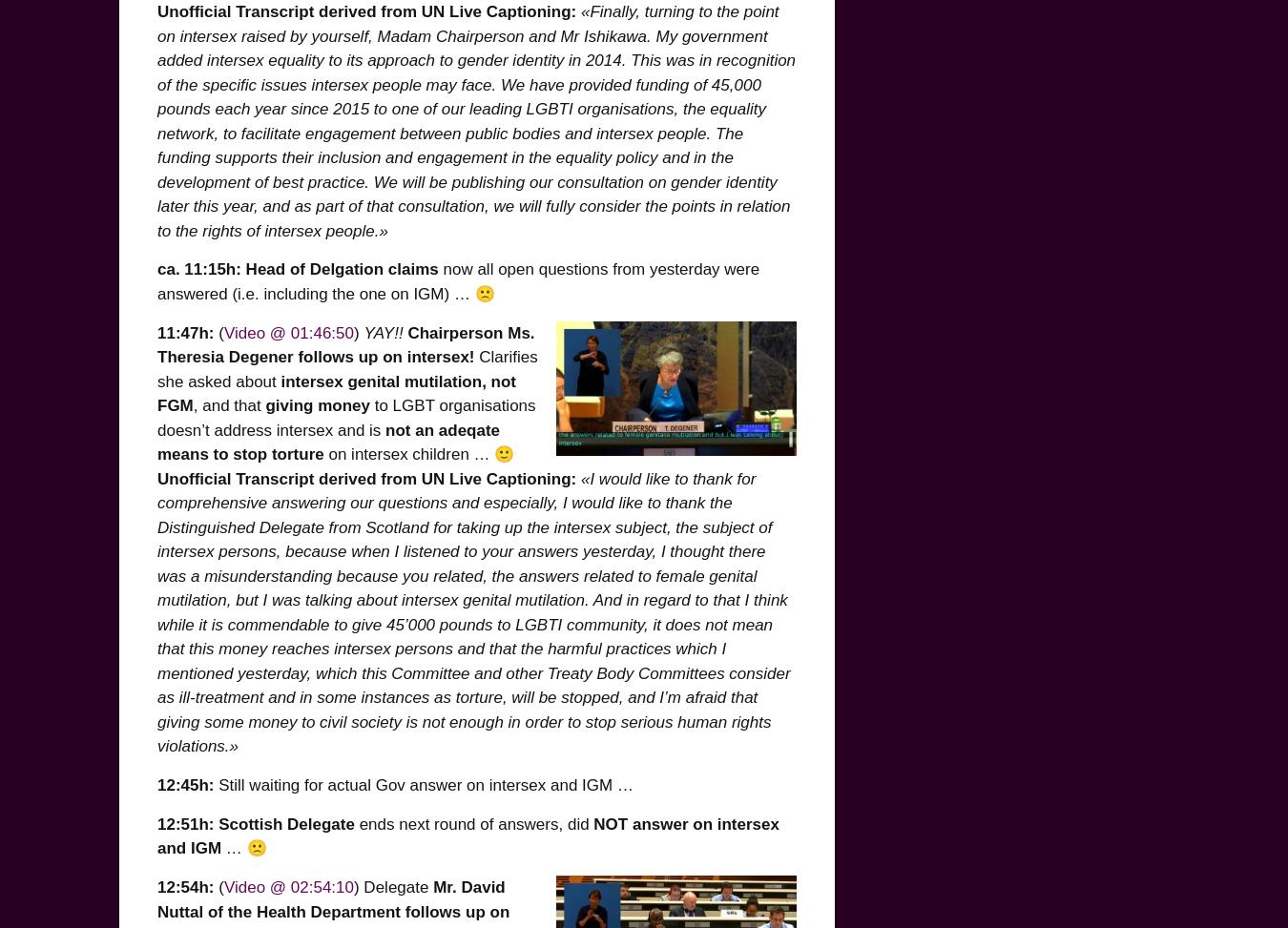  Describe the element at coordinates (337, 392) in the screenshot. I see `'intersex genital mutilation, not FGM'` at that location.